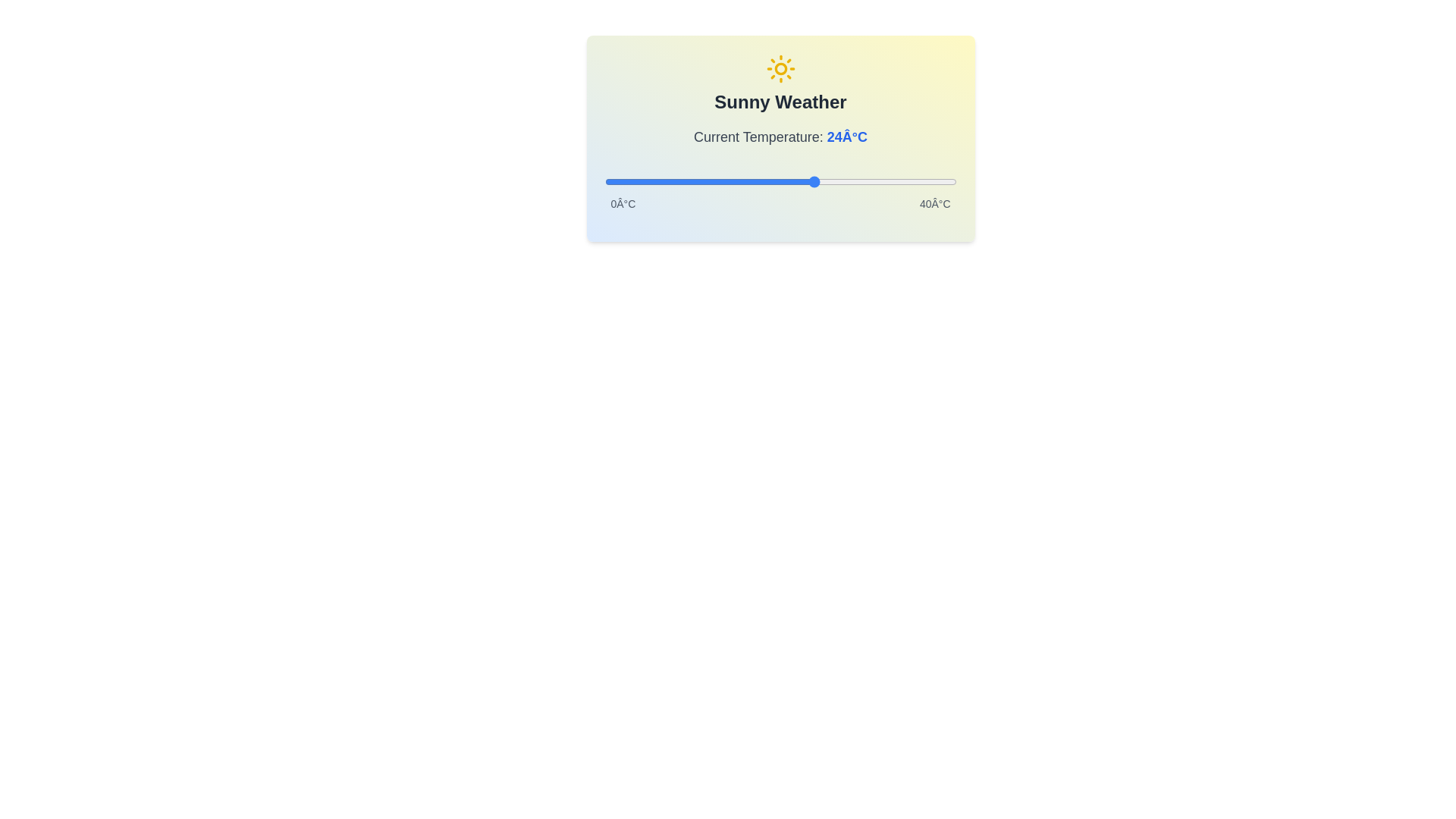  Describe the element at coordinates (934, 203) in the screenshot. I see `the static text label indicating the maximum temperature value on the visual temperature scale, positioned at the right end of the temperature scale bar` at that location.